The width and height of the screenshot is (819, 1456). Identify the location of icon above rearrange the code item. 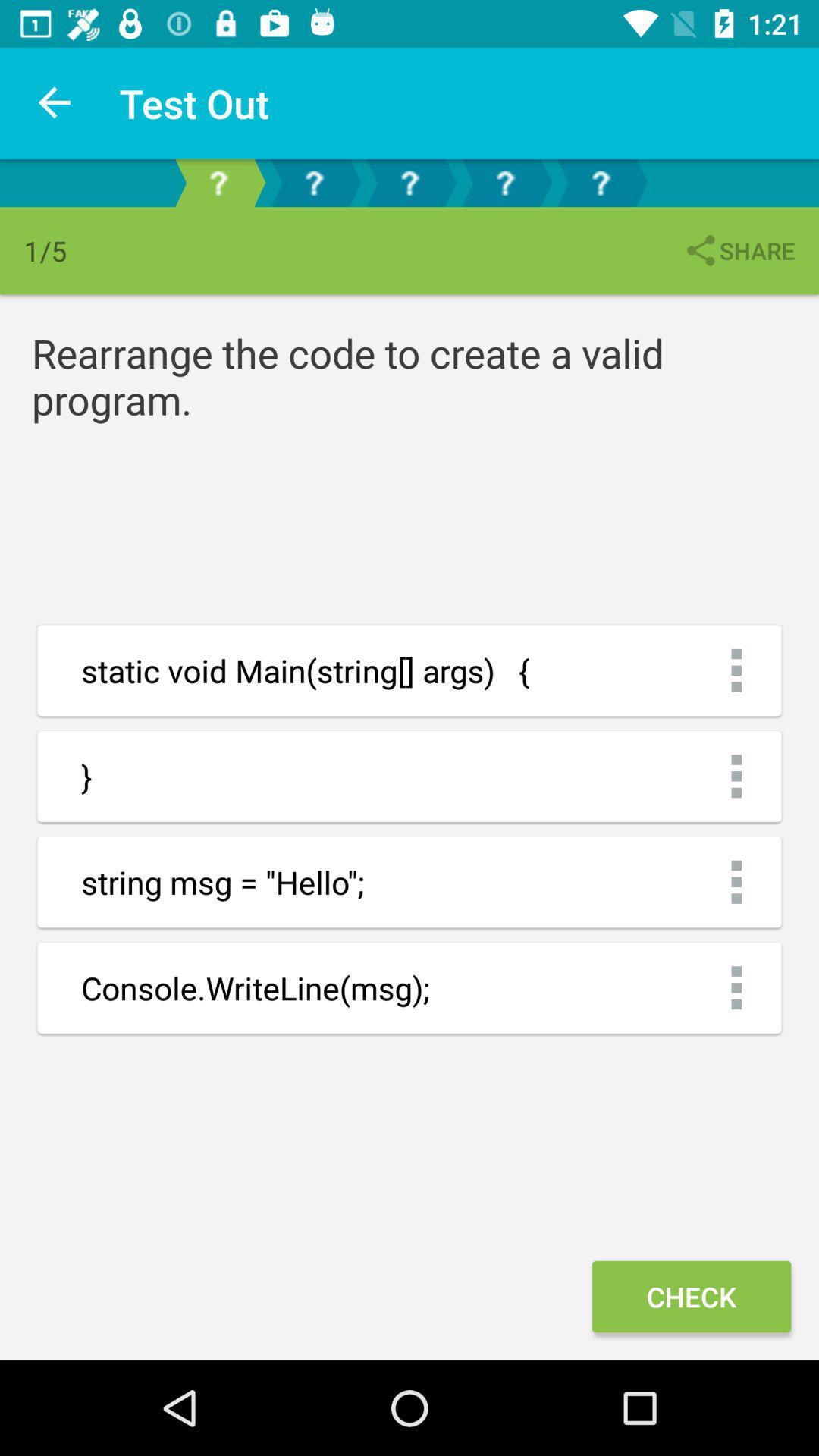
(738, 250).